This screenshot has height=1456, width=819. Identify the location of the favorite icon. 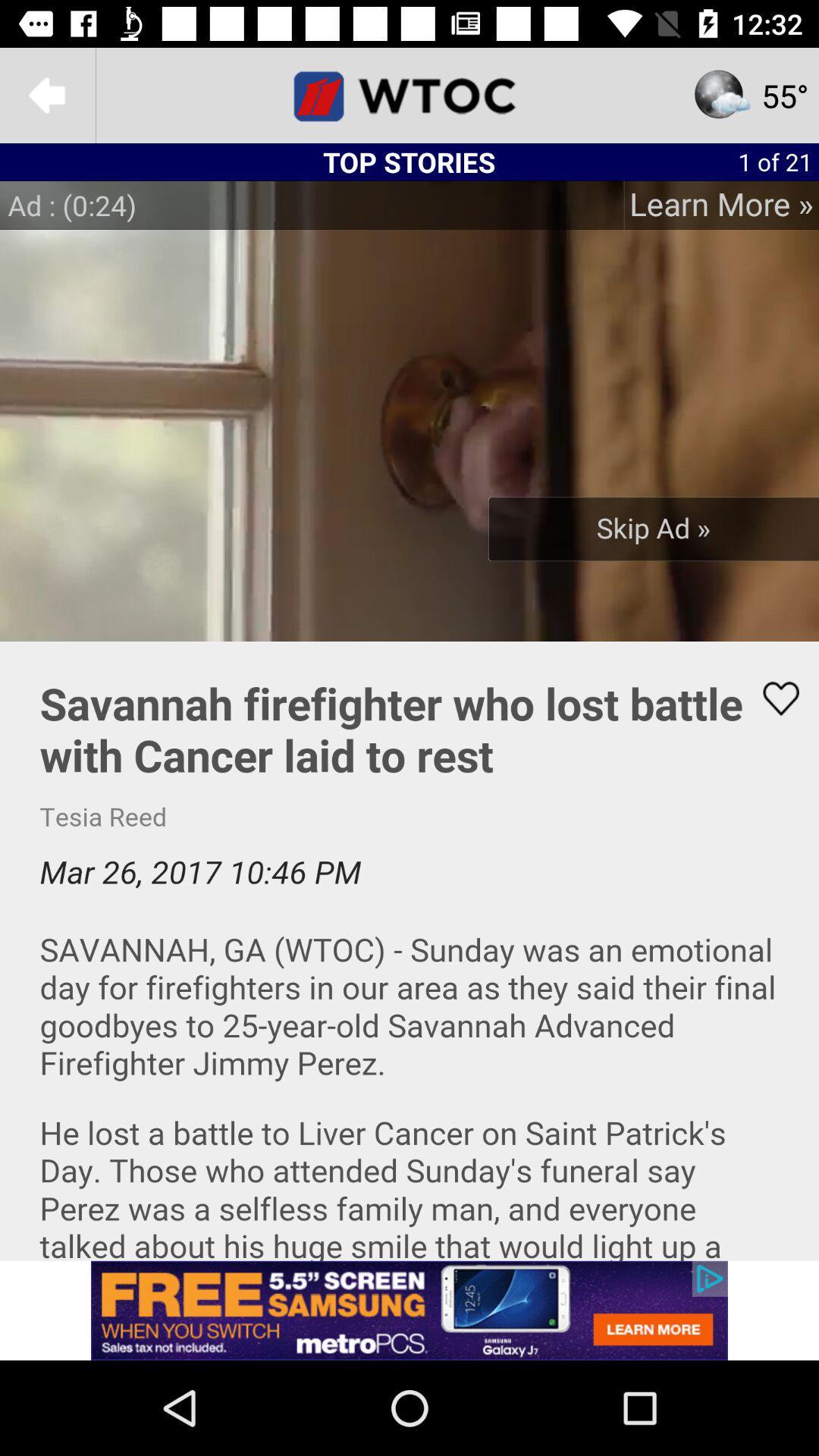
(771, 698).